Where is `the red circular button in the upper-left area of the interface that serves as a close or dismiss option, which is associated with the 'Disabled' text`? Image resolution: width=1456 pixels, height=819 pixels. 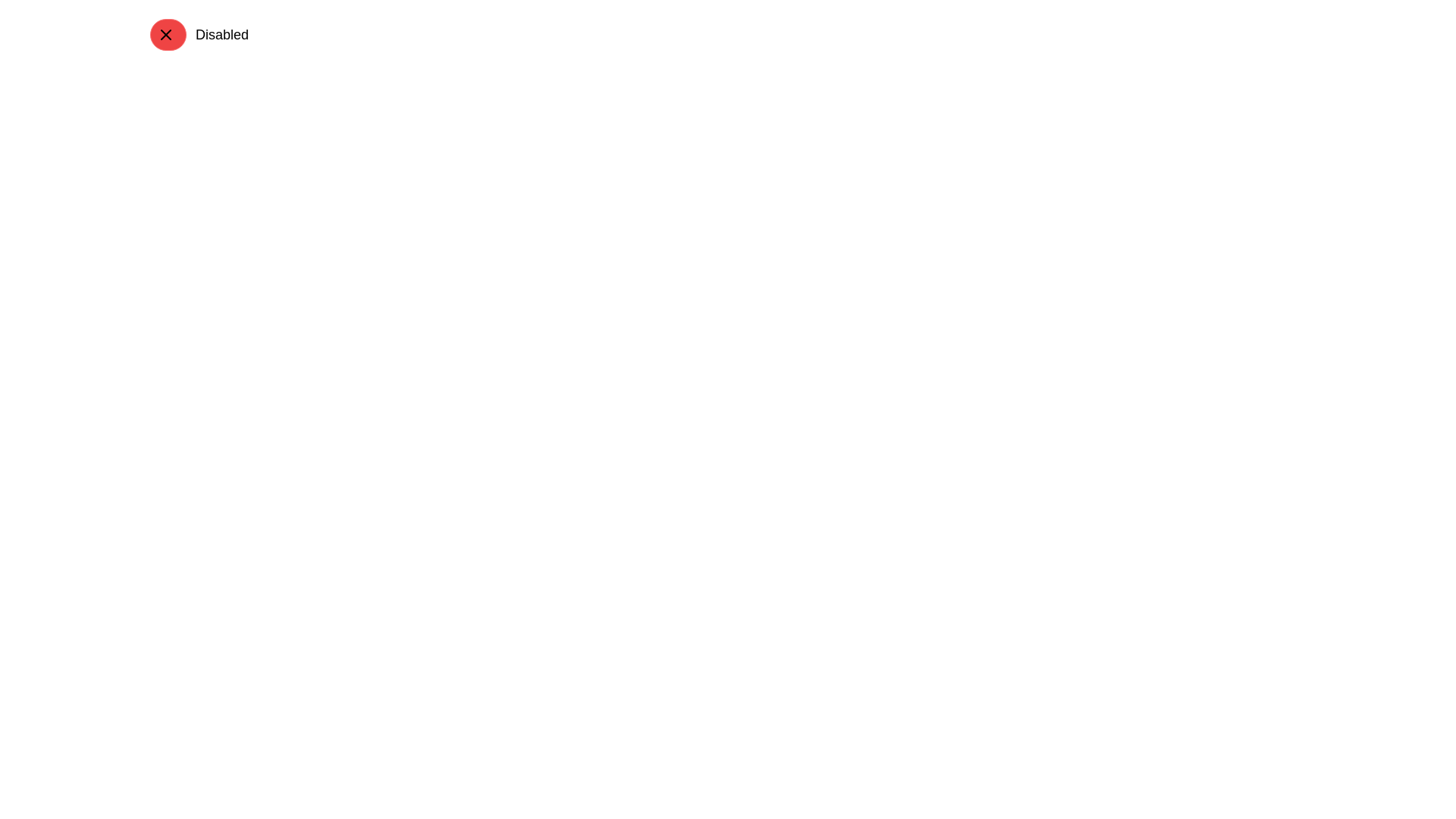
the red circular button in the upper-left area of the interface that serves as a close or dismiss option, which is associated with the 'Disabled' text is located at coordinates (166, 34).